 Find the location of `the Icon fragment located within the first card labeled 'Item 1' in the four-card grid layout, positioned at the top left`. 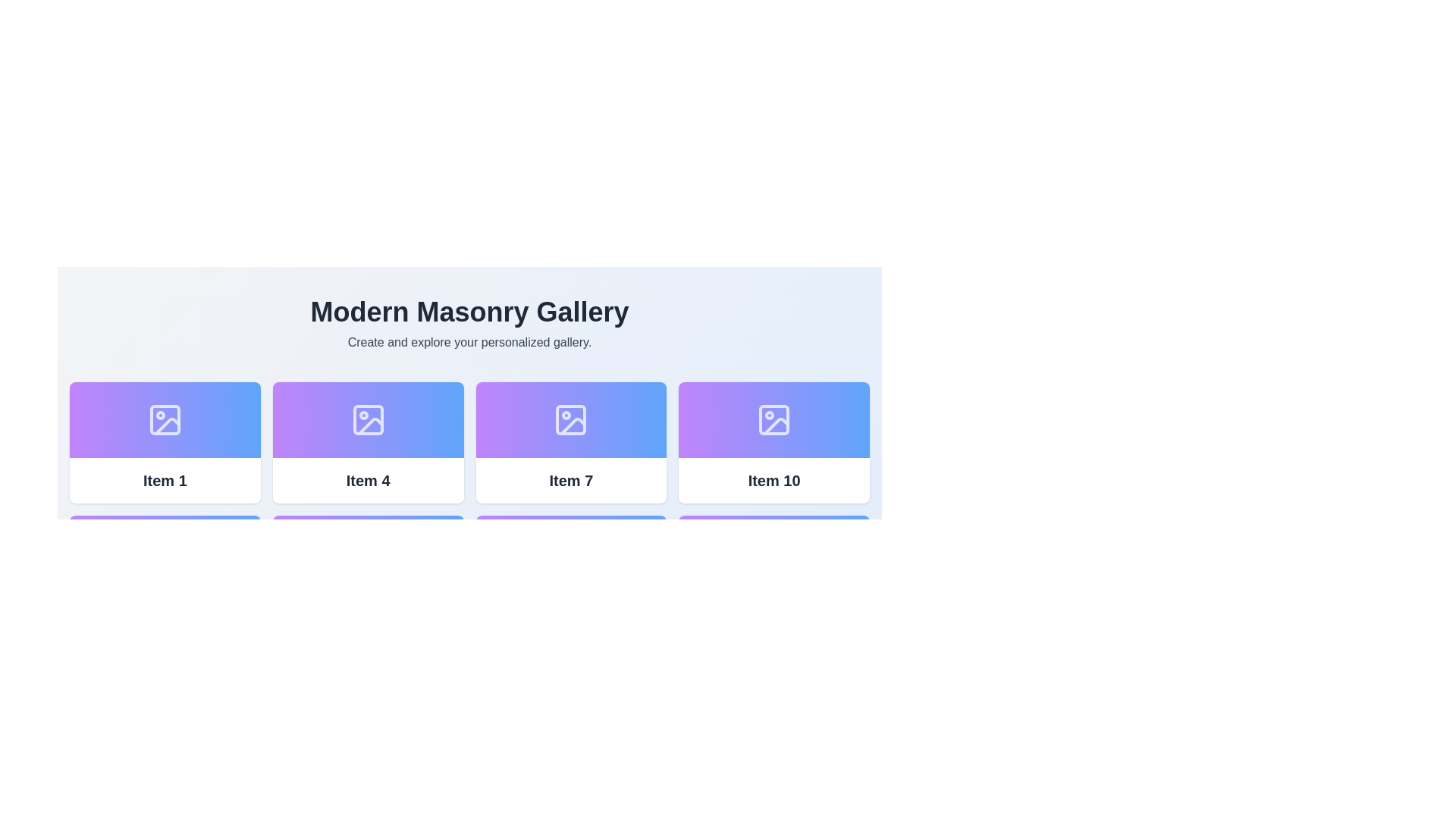

the Icon fragment located within the first card labeled 'Item 1' in the four-card grid layout, positioned at the top left is located at coordinates (167, 426).